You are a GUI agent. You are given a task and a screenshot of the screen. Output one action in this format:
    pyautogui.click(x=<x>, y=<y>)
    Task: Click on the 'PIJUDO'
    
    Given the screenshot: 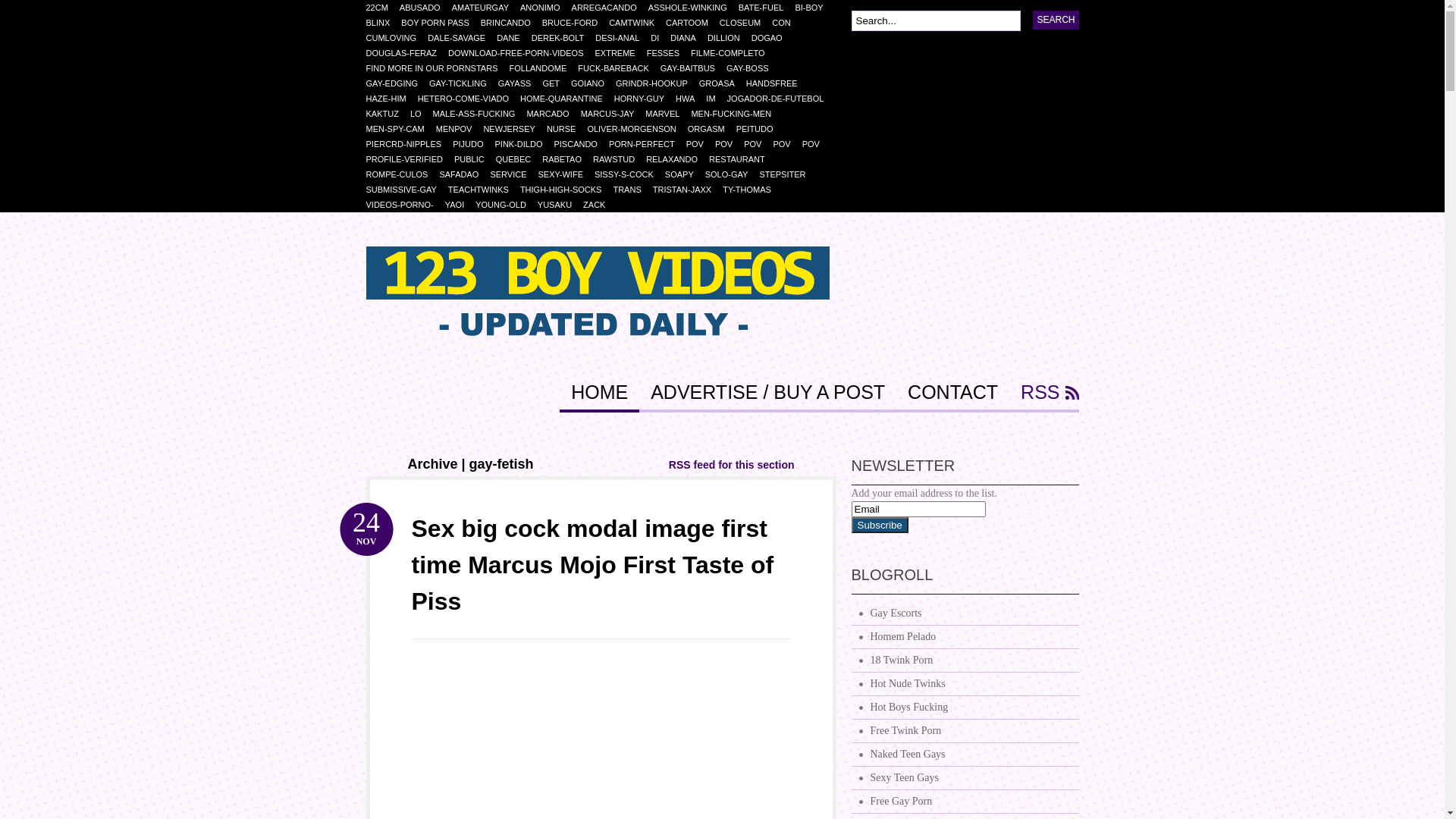 What is the action you would take?
    pyautogui.click(x=472, y=143)
    